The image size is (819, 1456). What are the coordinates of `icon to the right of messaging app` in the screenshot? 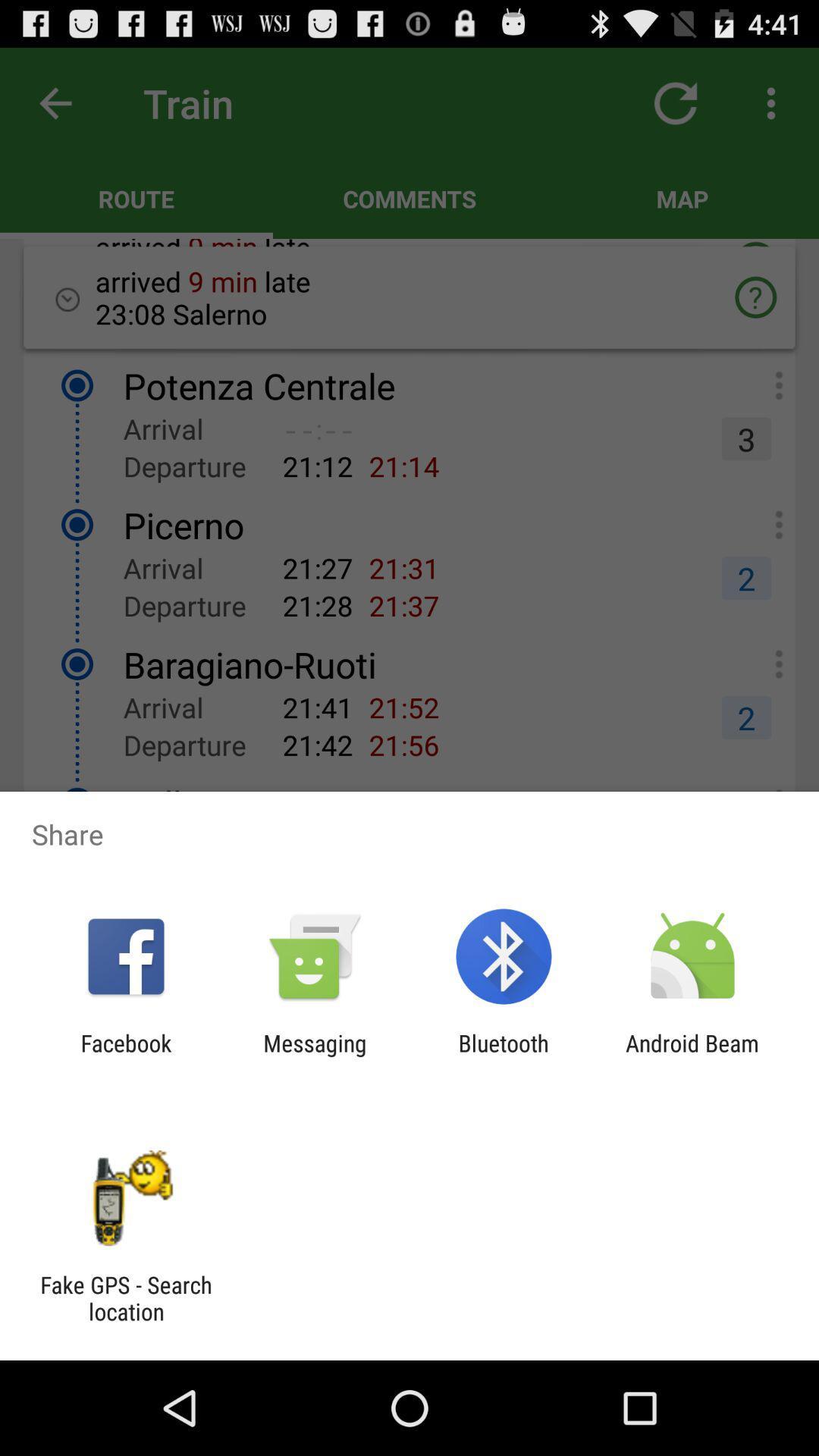 It's located at (504, 1056).